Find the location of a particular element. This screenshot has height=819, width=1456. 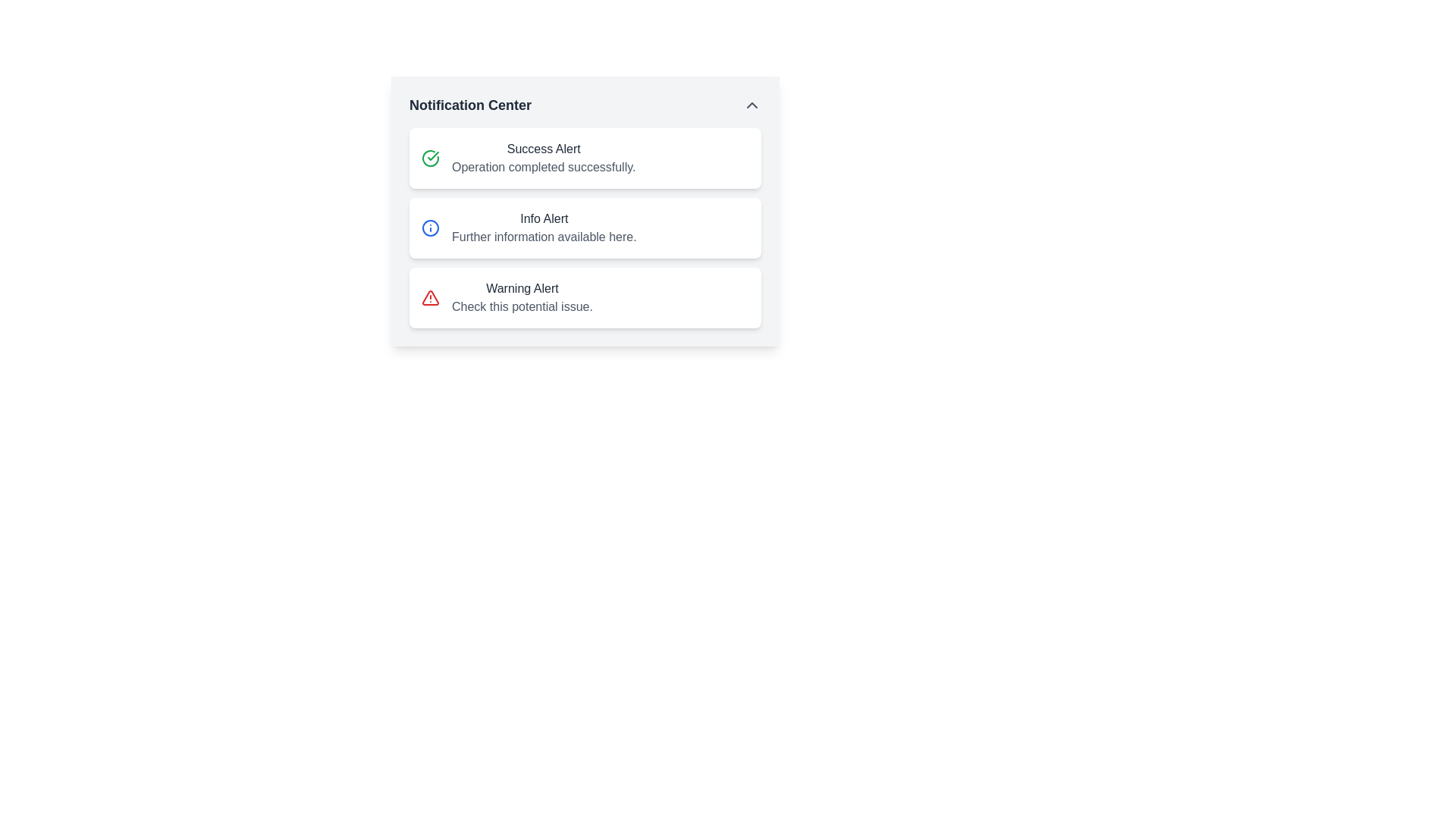

the chevron-shaped upward arrow icon button located on the right side of the 'Notification Center' header is located at coordinates (752, 104).